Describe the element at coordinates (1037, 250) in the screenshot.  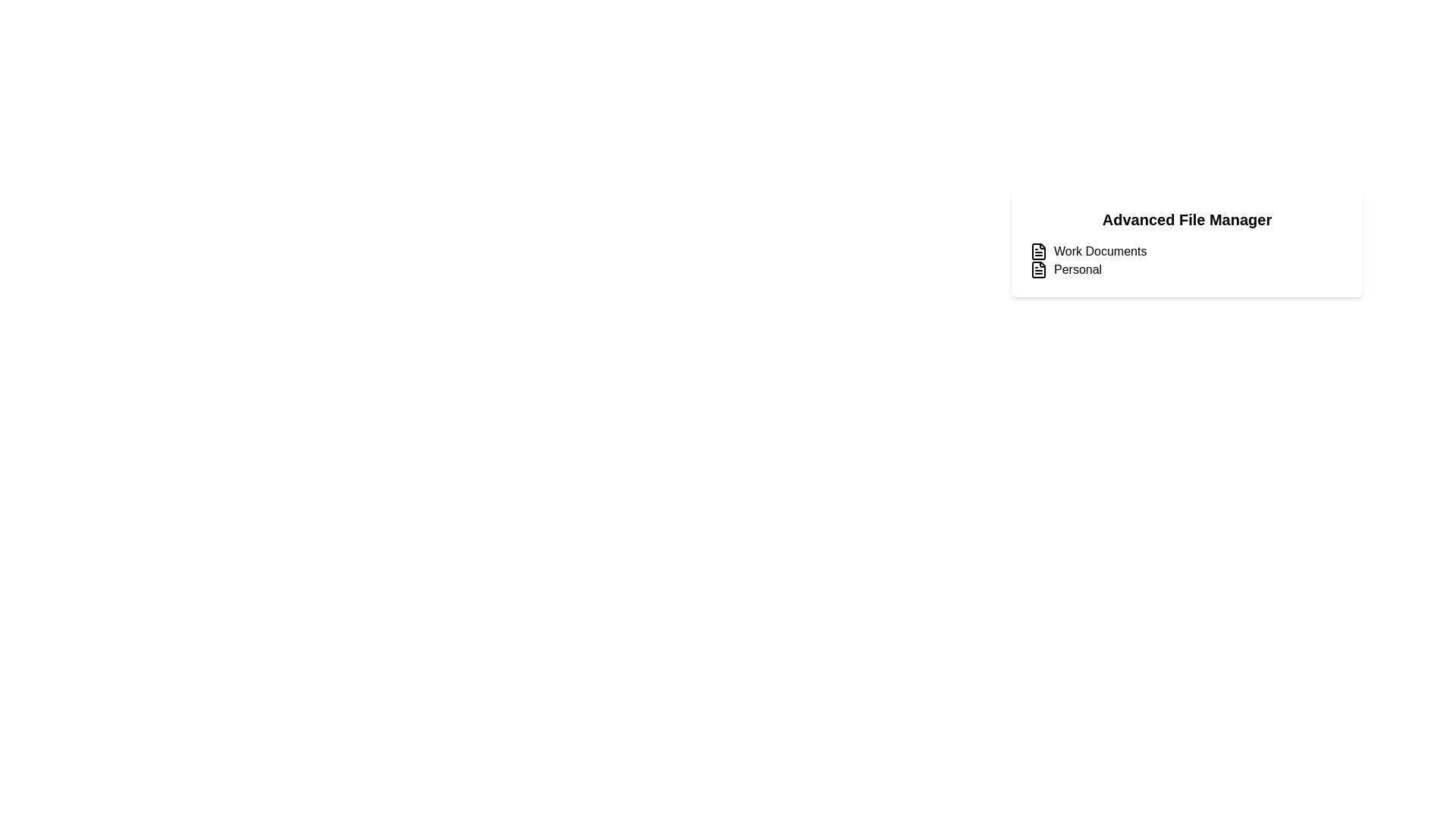
I see `the small rectangular icon depicting a file or document located on the left side of the 'Work Documents' label` at that location.